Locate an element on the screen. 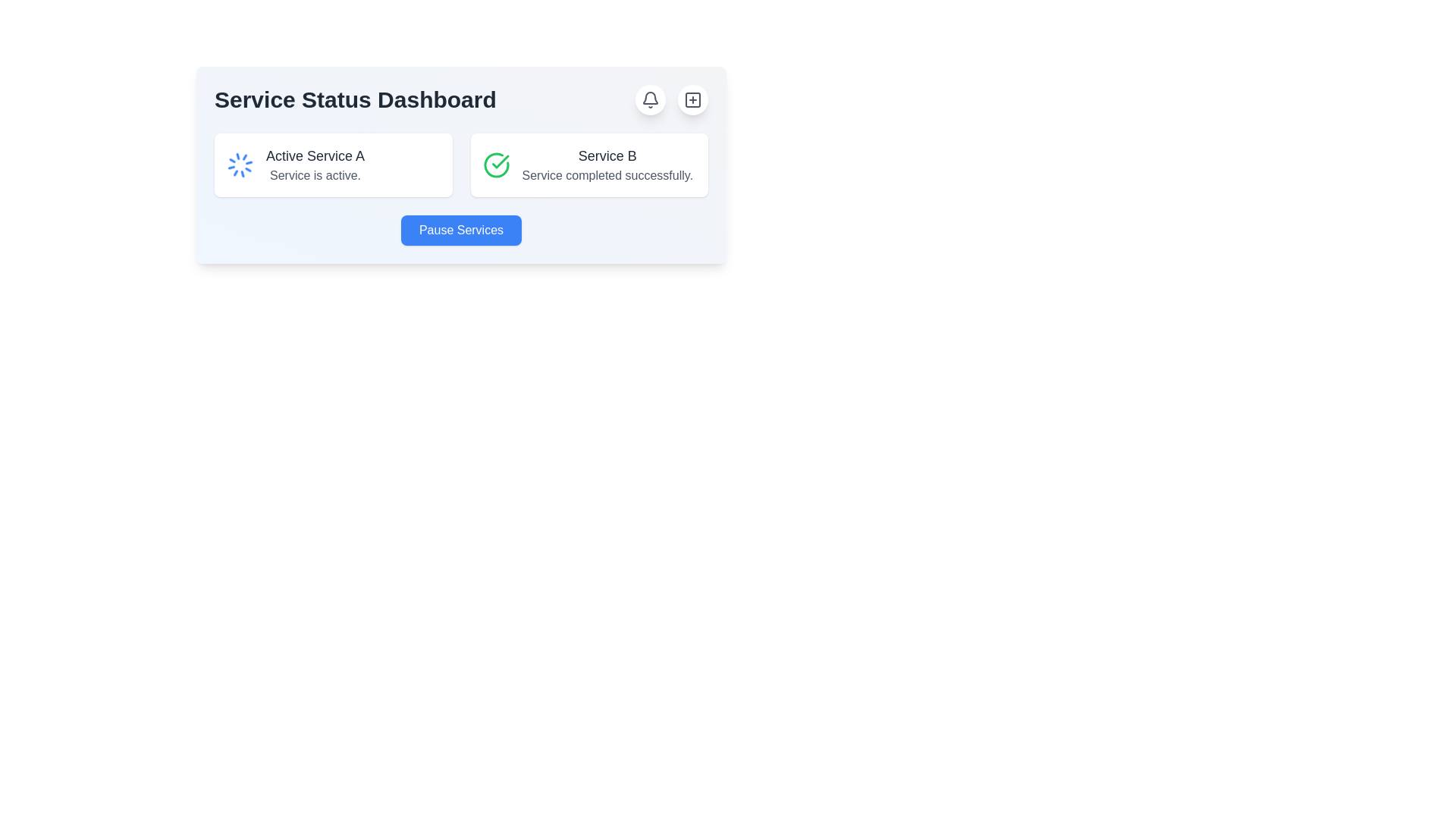  the Loader Icon indicating the active state of 'Active Service A' located on the left side of the card within the 'Service Status Dashboard' is located at coordinates (239, 165).